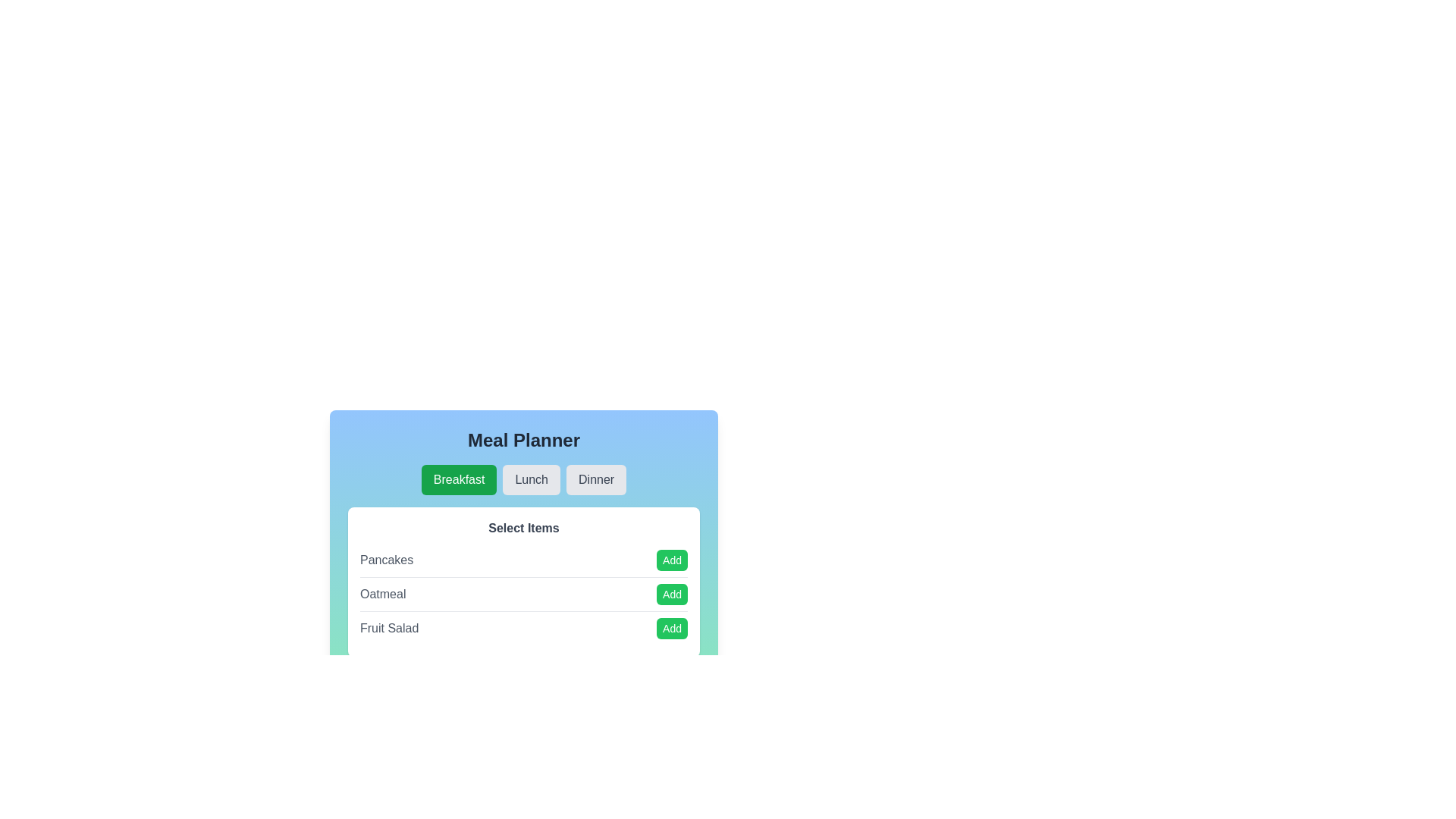 The height and width of the screenshot is (819, 1456). What do you see at coordinates (524, 584) in the screenshot?
I see `the meal options display interface located below the 'Meal Planner' title` at bounding box center [524, 584].